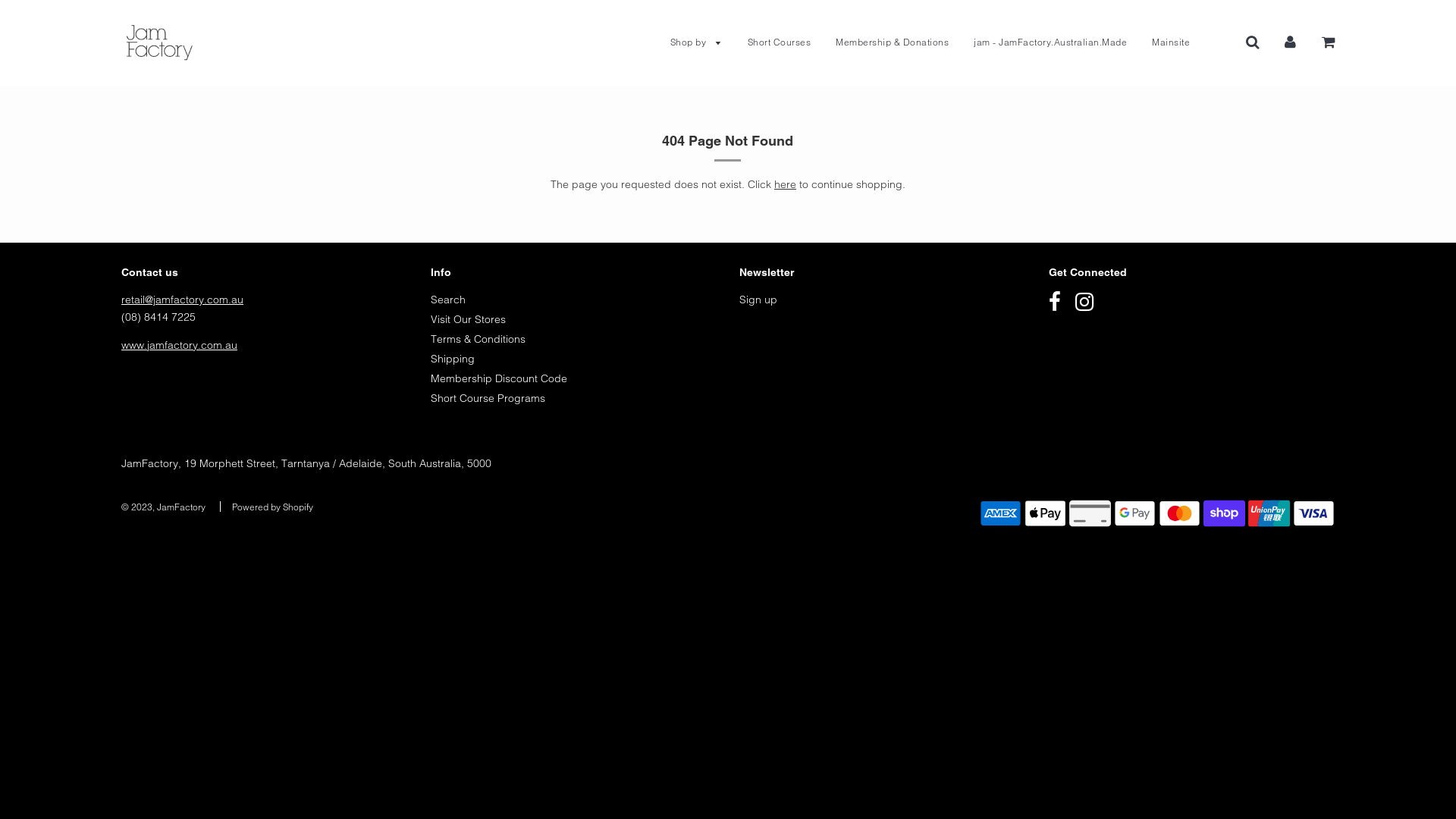 Image resolution: width=1456 pixels, height=819 pixels. Describe the element at coordinates (785, 184) in the screenshot. I see `'here'` at that location.